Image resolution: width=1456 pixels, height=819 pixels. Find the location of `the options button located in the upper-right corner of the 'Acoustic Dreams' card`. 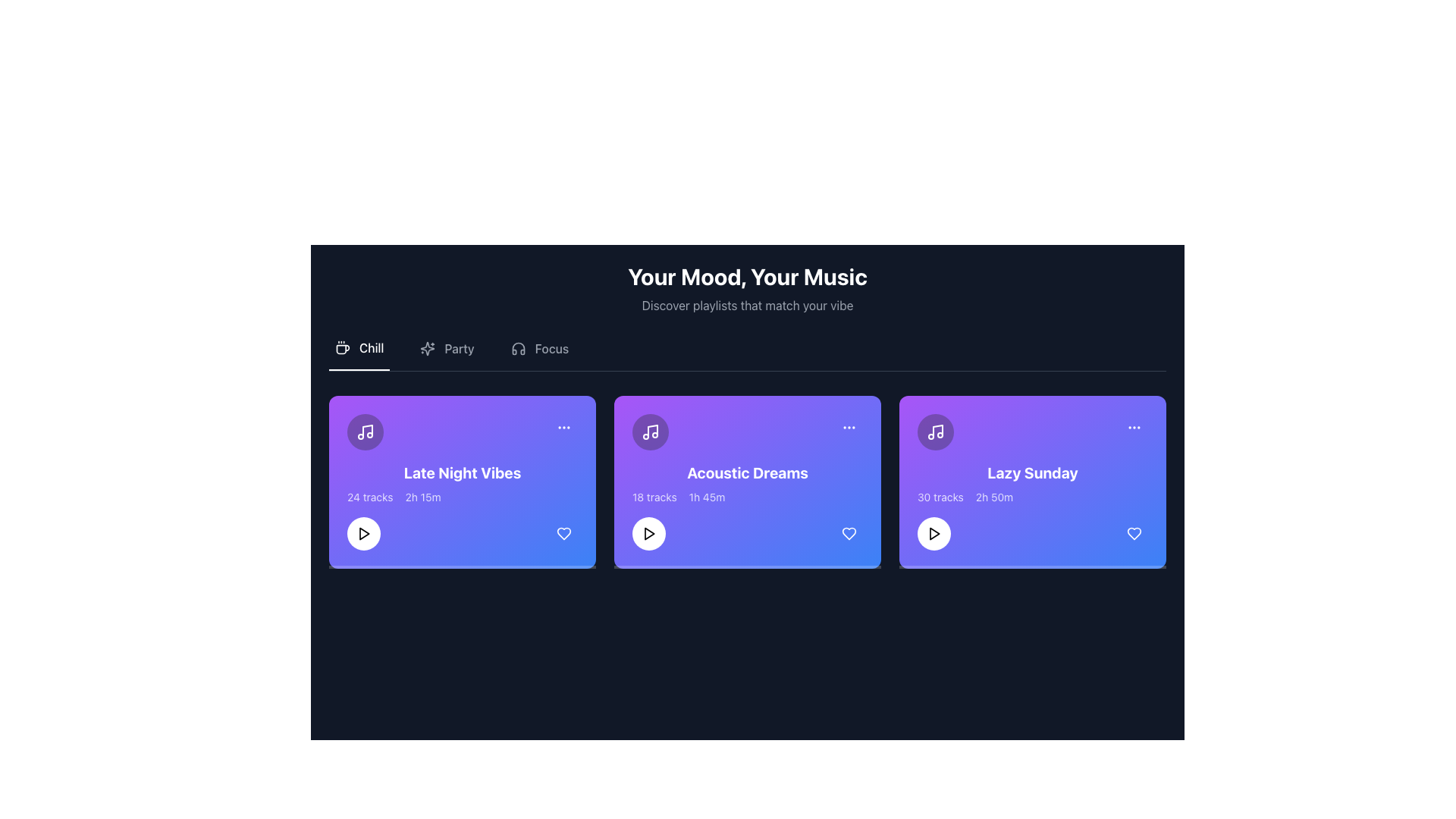

the options button located in the upper-right corner of the 'Acoustic Dreams' card is located at coordinates (848, 427).